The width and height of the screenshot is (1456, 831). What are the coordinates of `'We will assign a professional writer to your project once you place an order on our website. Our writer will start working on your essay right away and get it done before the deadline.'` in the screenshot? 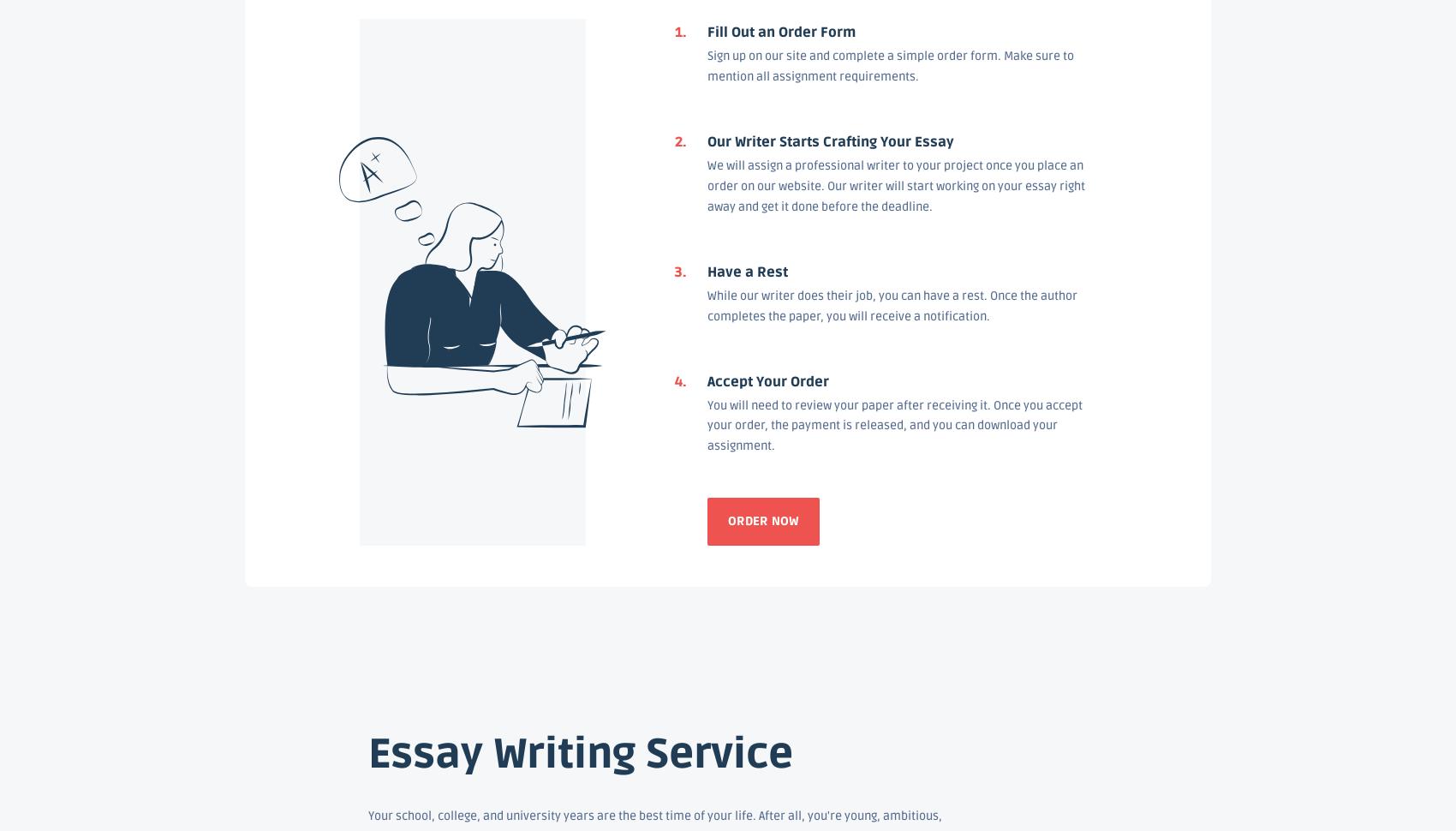 It's located at (894, 185).